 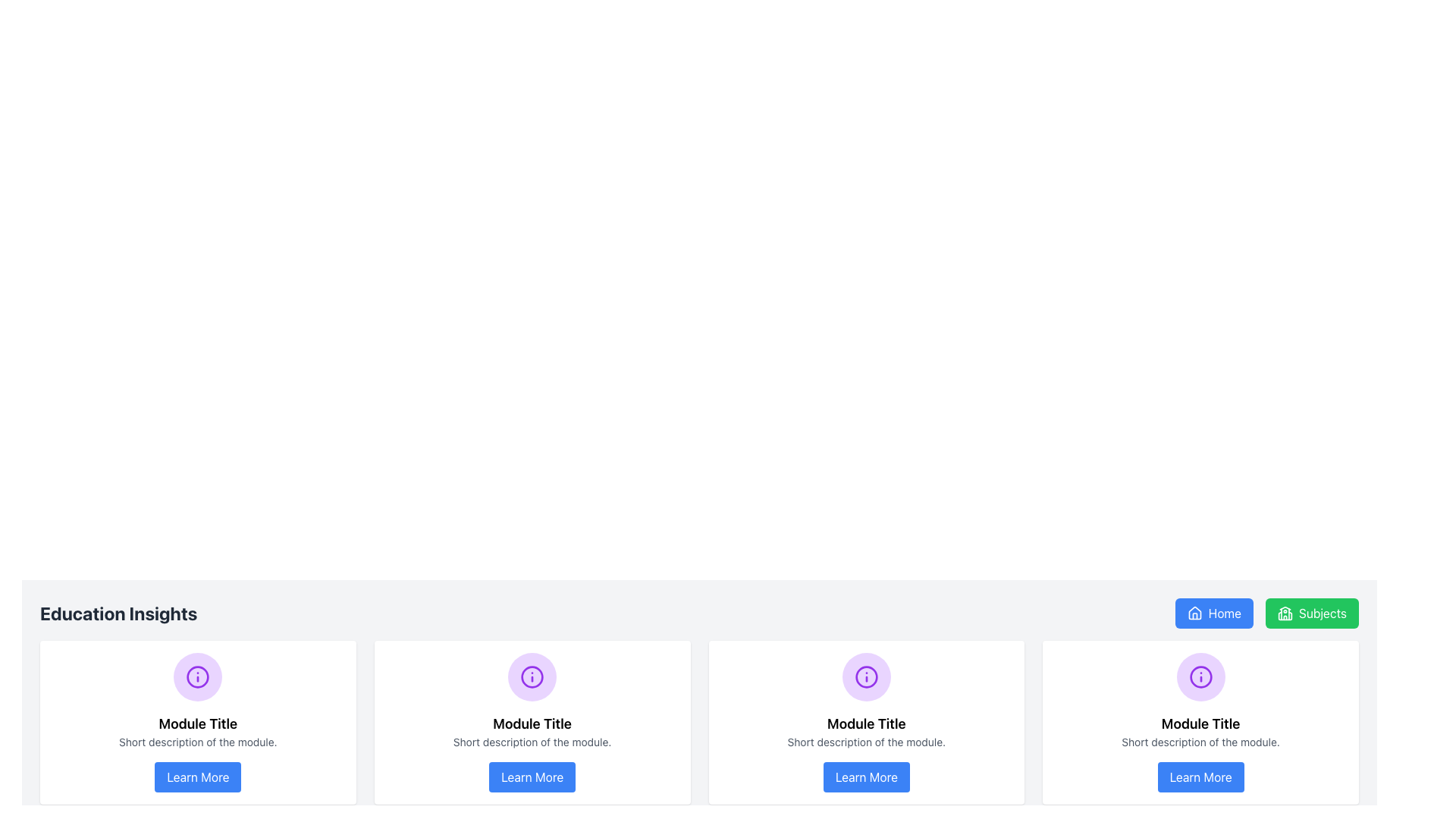 What do you see at coordinates (866, 701) in the screenshot?
I see `the content displayed in the third card section which contains a purple circular 'info' icon, bold black text 'Module Title', and a smaller gray description below it` at bounding box center [866, 701].